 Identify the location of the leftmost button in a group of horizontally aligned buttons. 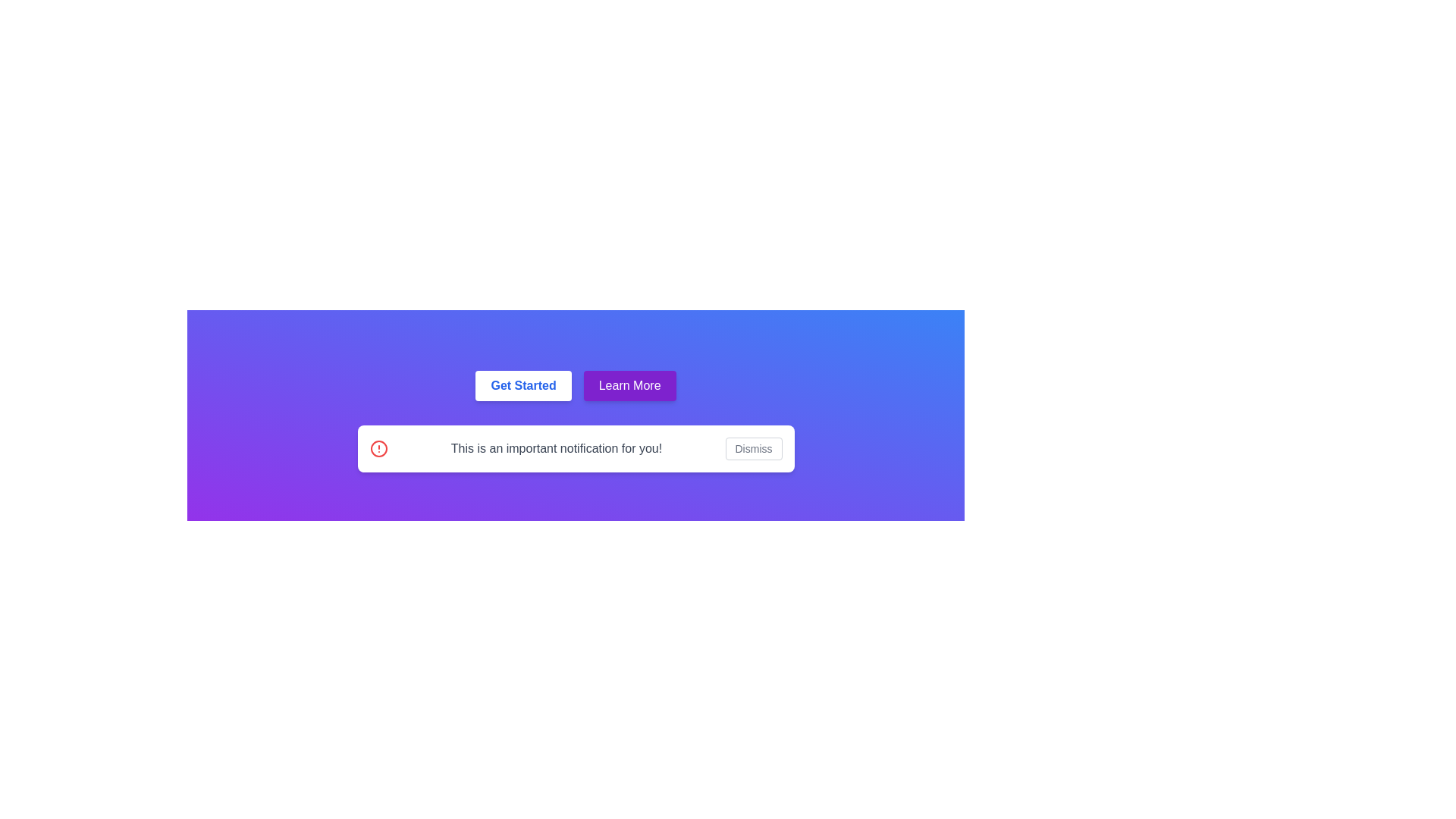
(523, 385).